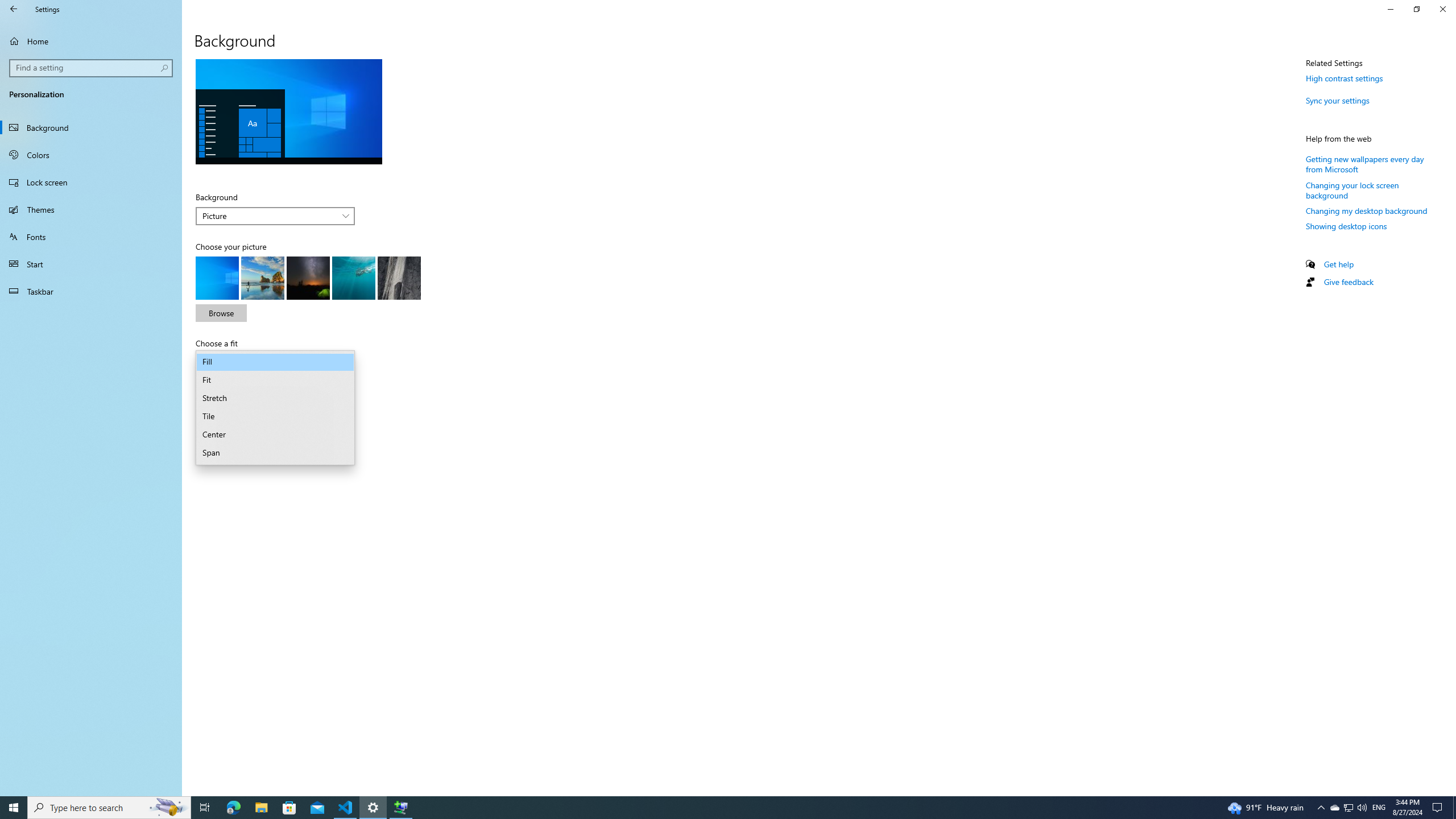  Describe the element at coordinates (1454, 806) in the screenshot. I see `'Show desktop'` at that location.